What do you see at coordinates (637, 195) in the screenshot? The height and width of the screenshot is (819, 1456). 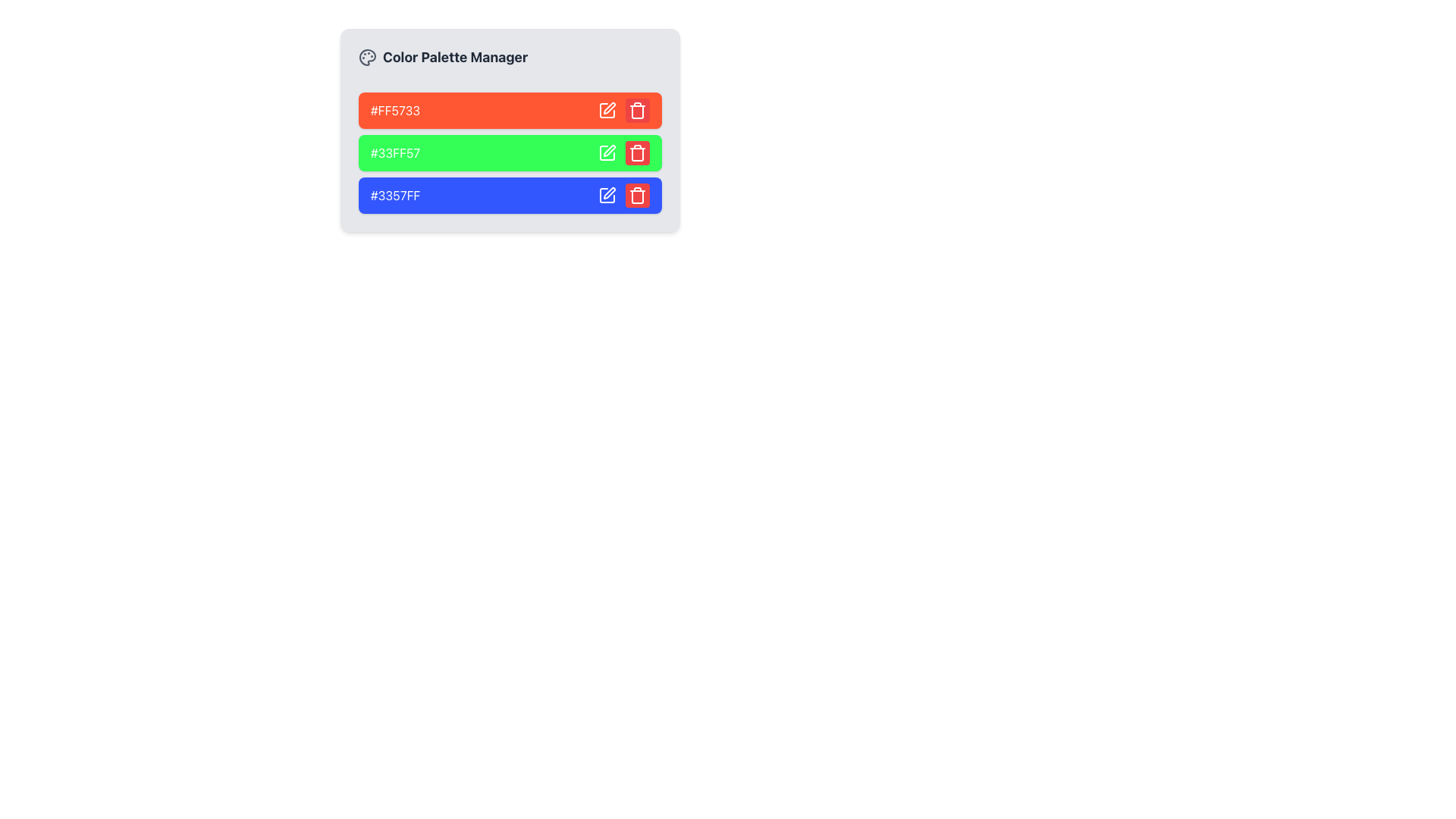 I see `the delete button located in the rightmost section of the action toolbar, which is associated with the blue bar labeled '#3357FF'` at bounding box center [637, 195].